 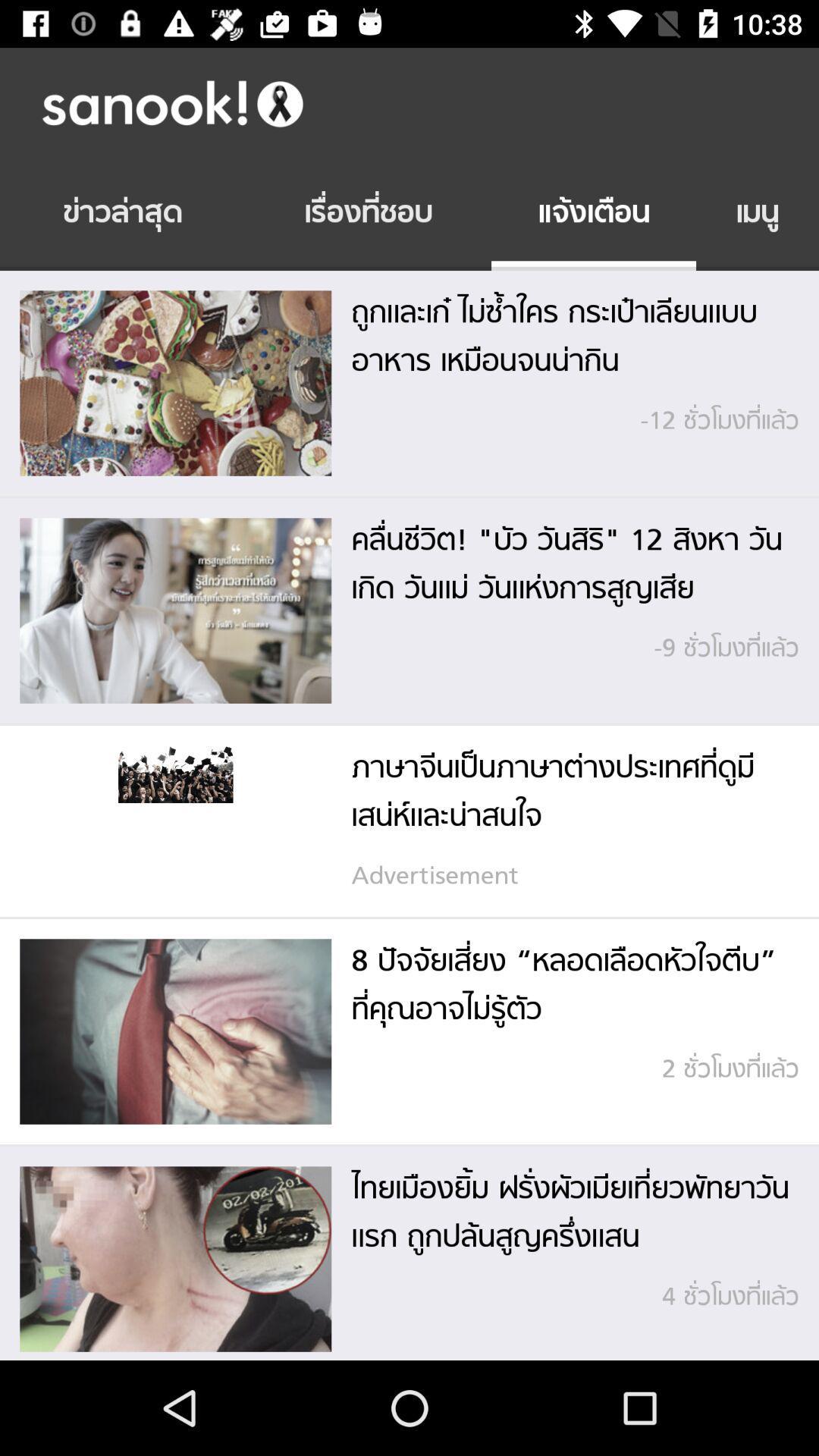 I want to click on the 2nd text in the 2nd row which is in the black background, so click(x=369, y=214).